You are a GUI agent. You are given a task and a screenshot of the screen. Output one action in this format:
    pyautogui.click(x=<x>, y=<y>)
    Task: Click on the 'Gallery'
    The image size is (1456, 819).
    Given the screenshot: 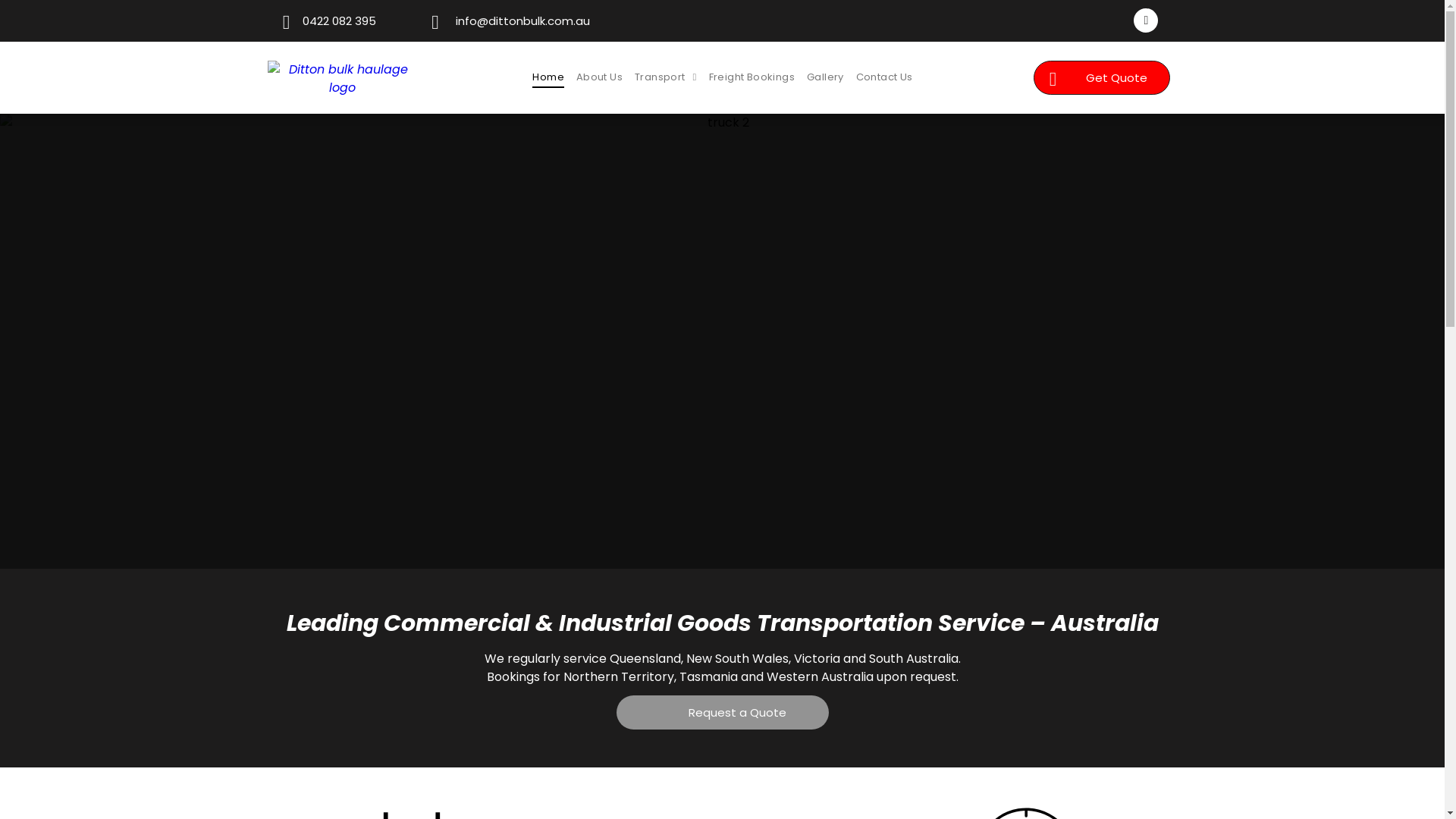 What is the action you would take?
    pyautogui.click(x=824, y=77)
    